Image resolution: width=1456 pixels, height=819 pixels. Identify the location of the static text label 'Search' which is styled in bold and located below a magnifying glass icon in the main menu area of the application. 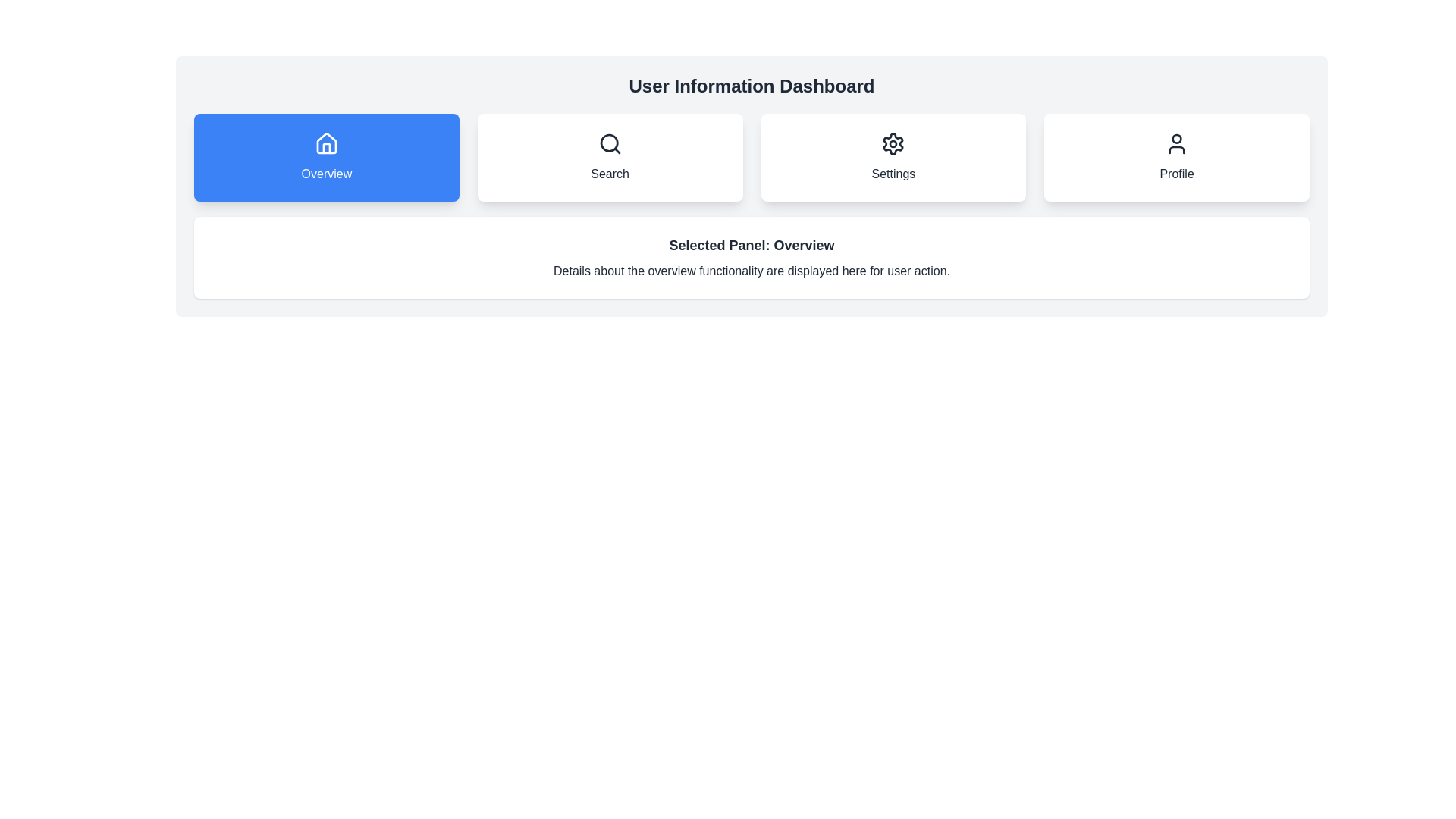
(610, 174).